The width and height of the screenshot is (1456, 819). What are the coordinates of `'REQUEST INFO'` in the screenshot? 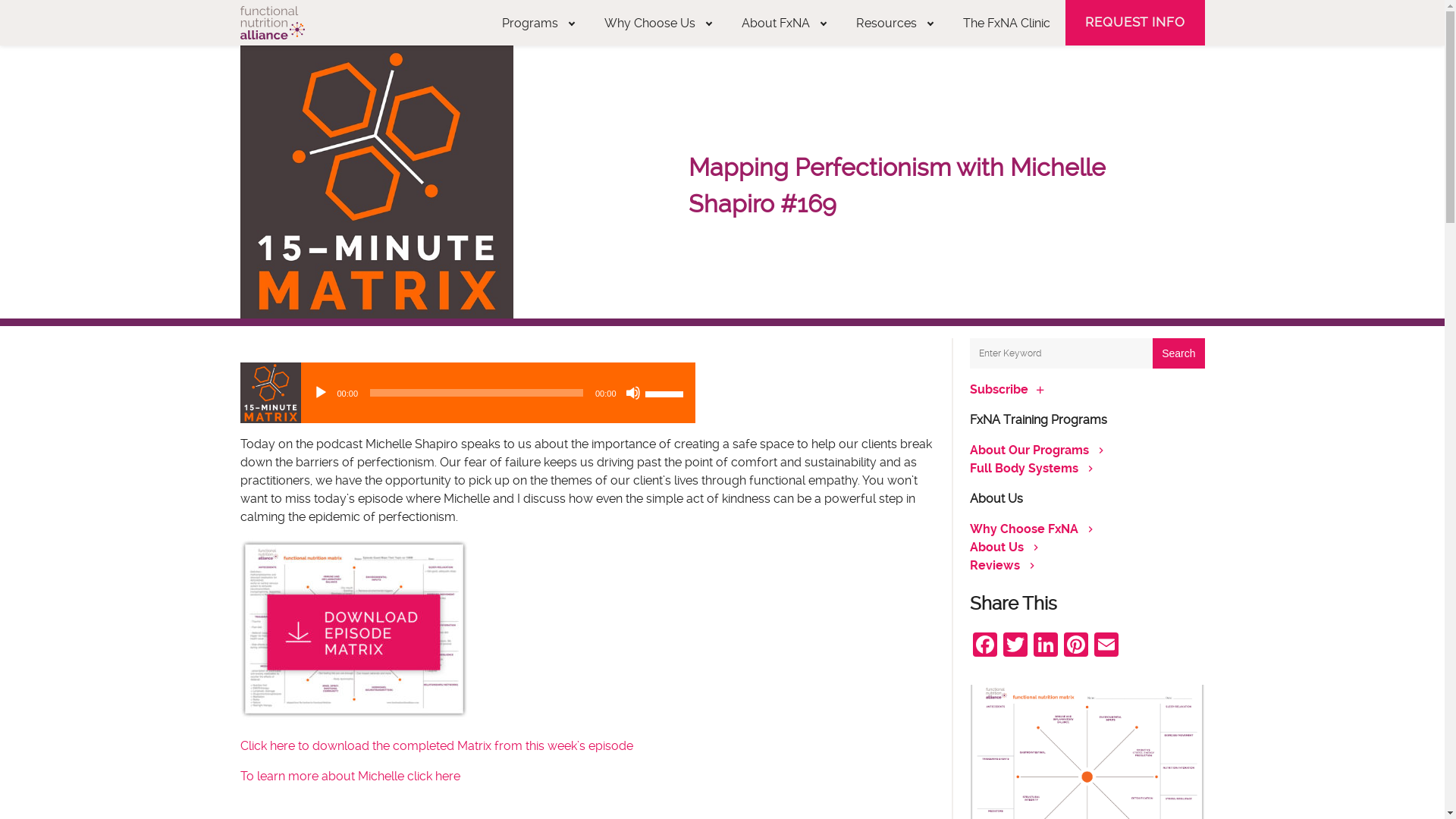 It's located at (1134, 23).